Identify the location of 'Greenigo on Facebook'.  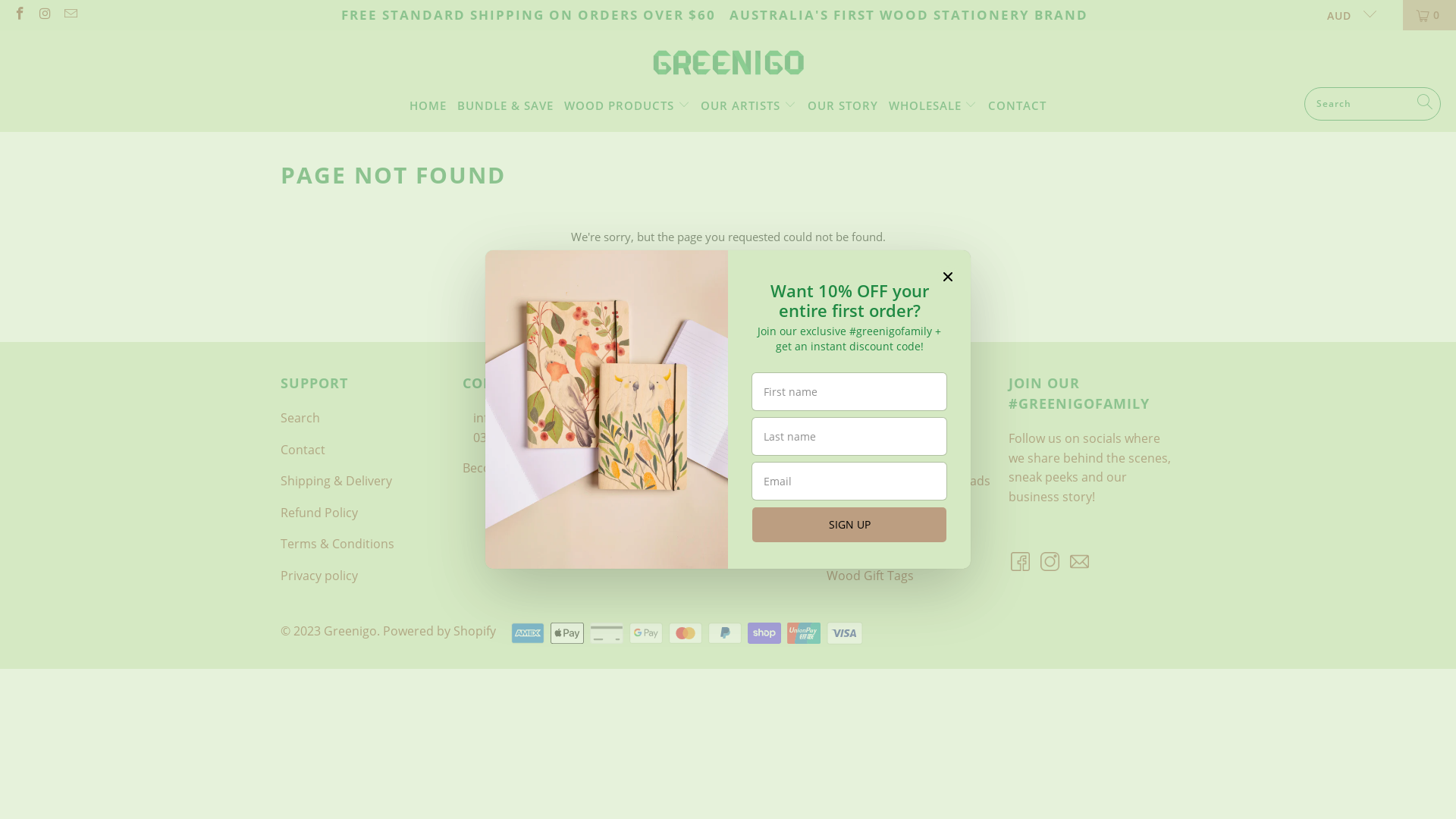
(11, 14).